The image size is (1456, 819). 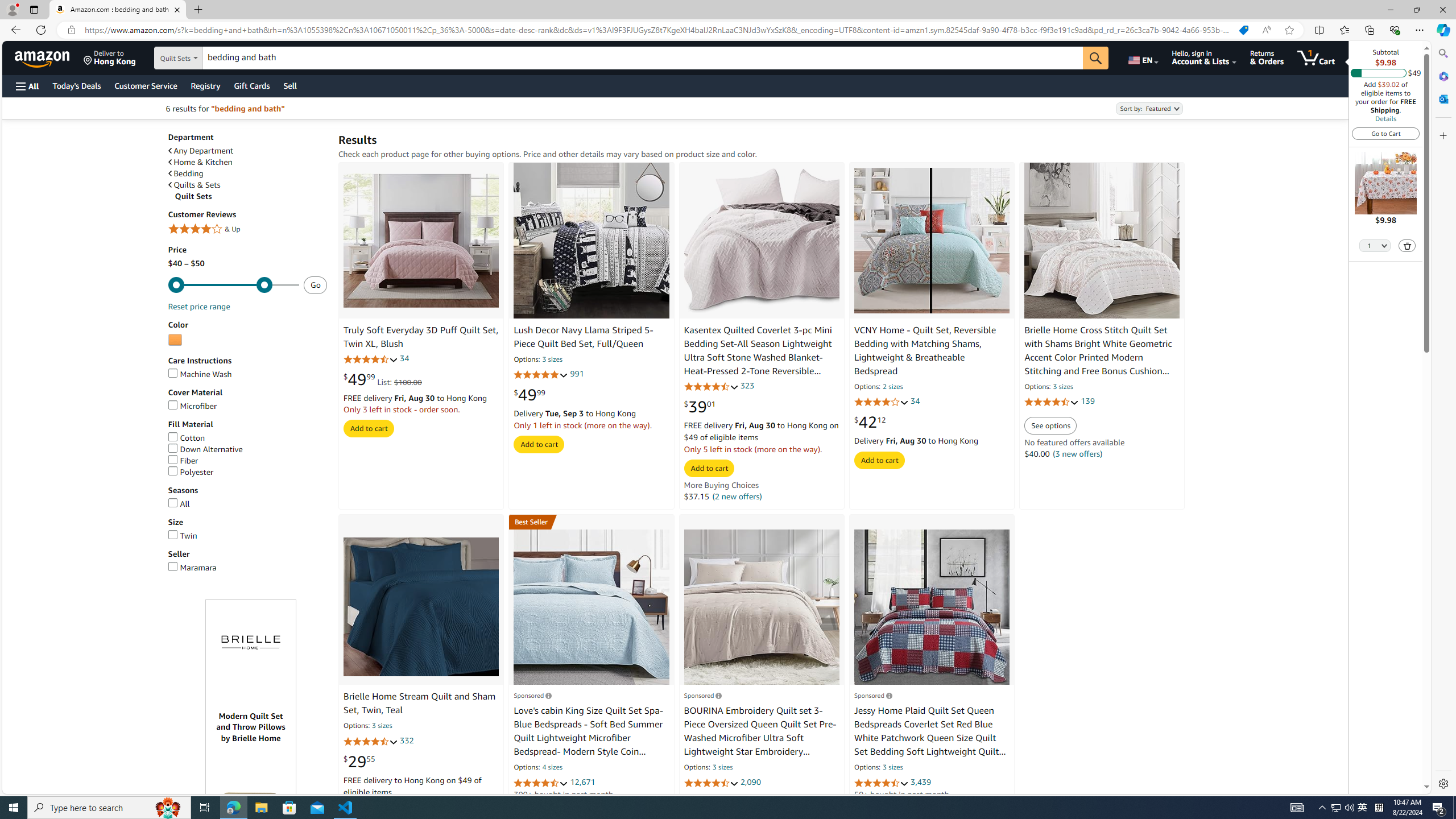 What do you see at coordinates (247, 162) in the screenshot?
I see `'Home & Kitchen'` at bounding box center [247, 162].